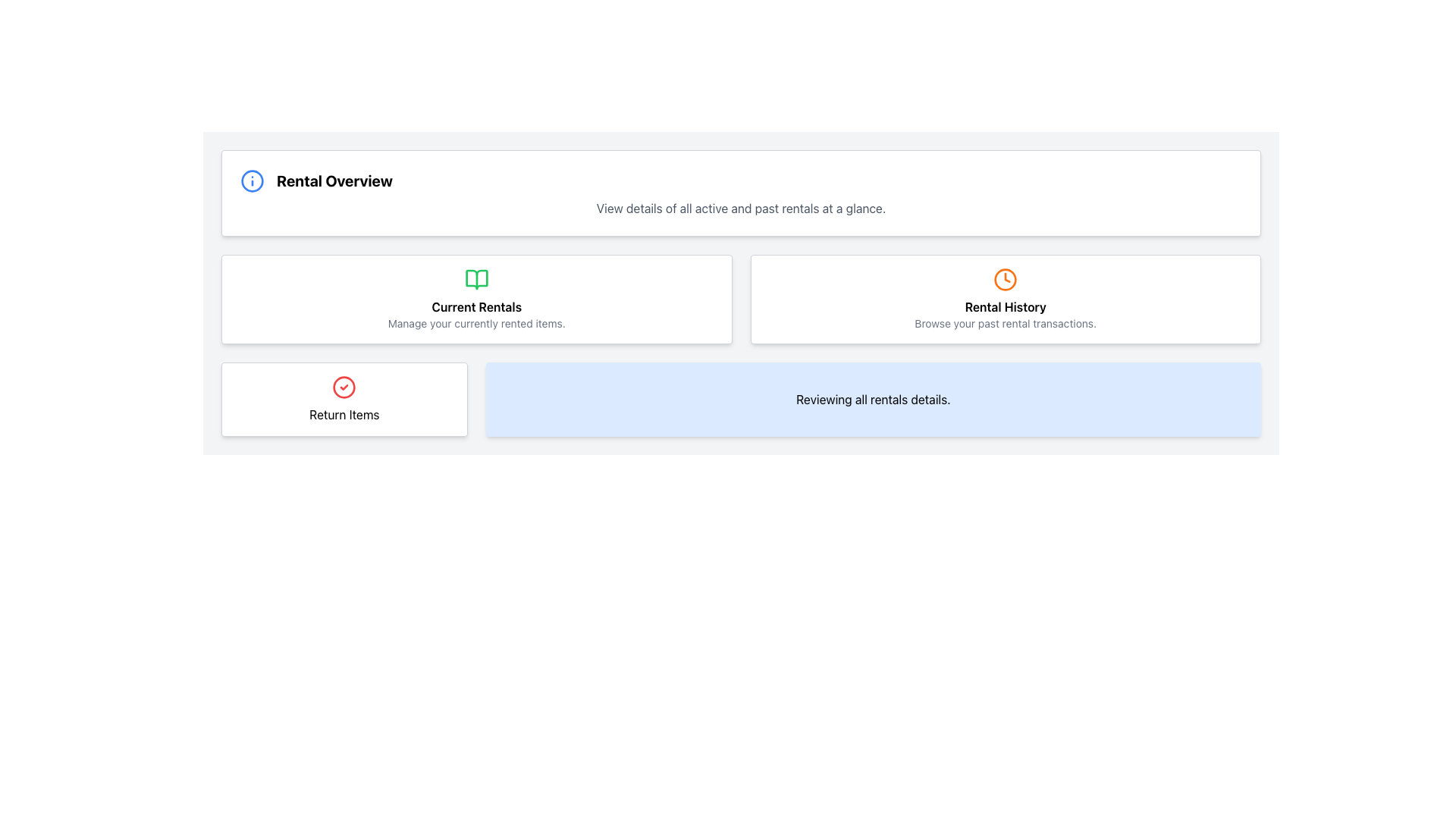 Image resolution: width=1456 pixels, height=819 pixels. Describe the element at coordinates (475, 299) in the screenshot. I see `the navigation card that provides information about currently rented items, which is the second card in the grid layout, positioned left of 'Rental History' and above 'Return Items'` at that location.